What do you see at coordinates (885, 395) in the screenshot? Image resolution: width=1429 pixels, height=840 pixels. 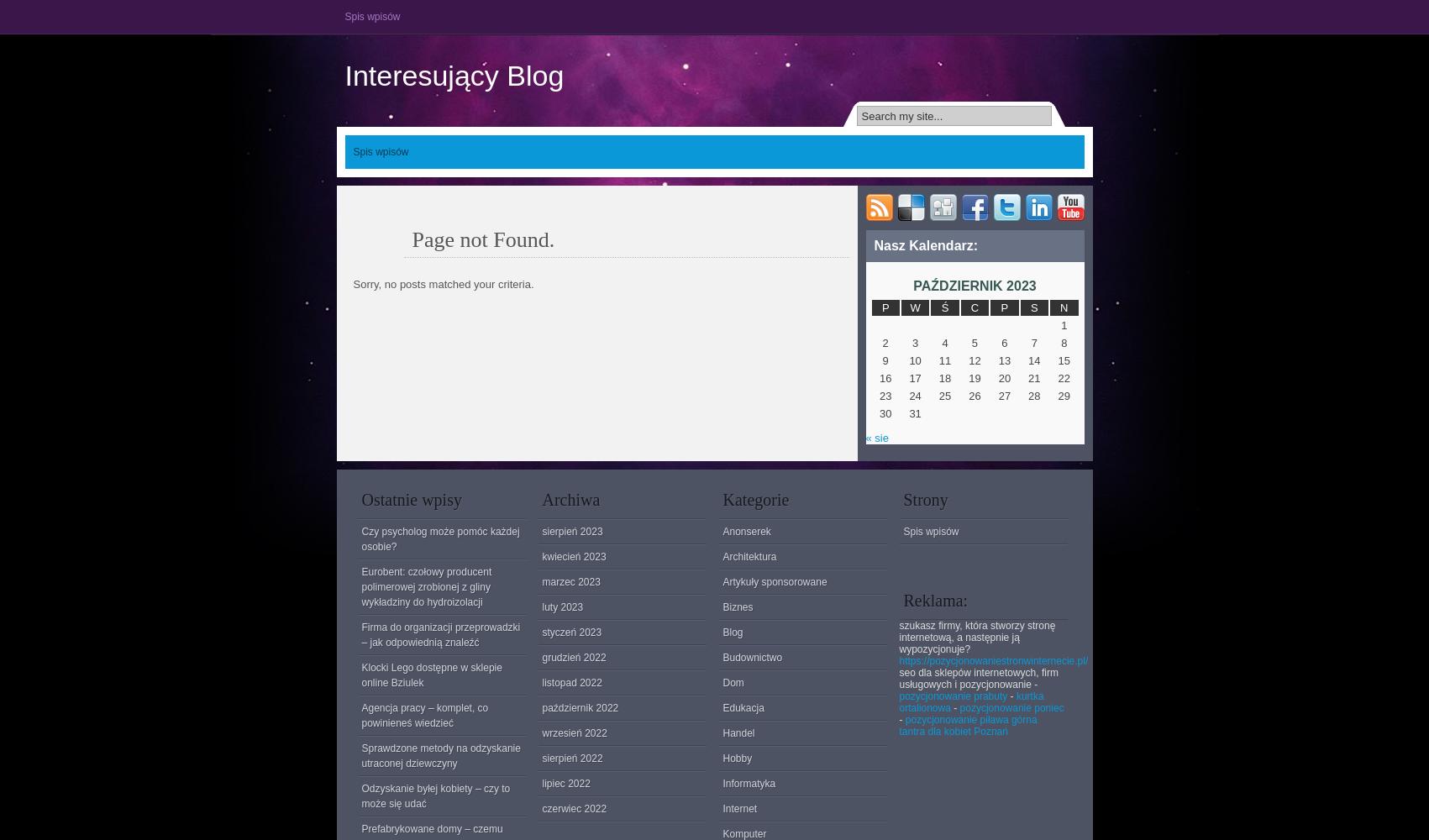 I see `'23'` at bounding box center [885, 395].